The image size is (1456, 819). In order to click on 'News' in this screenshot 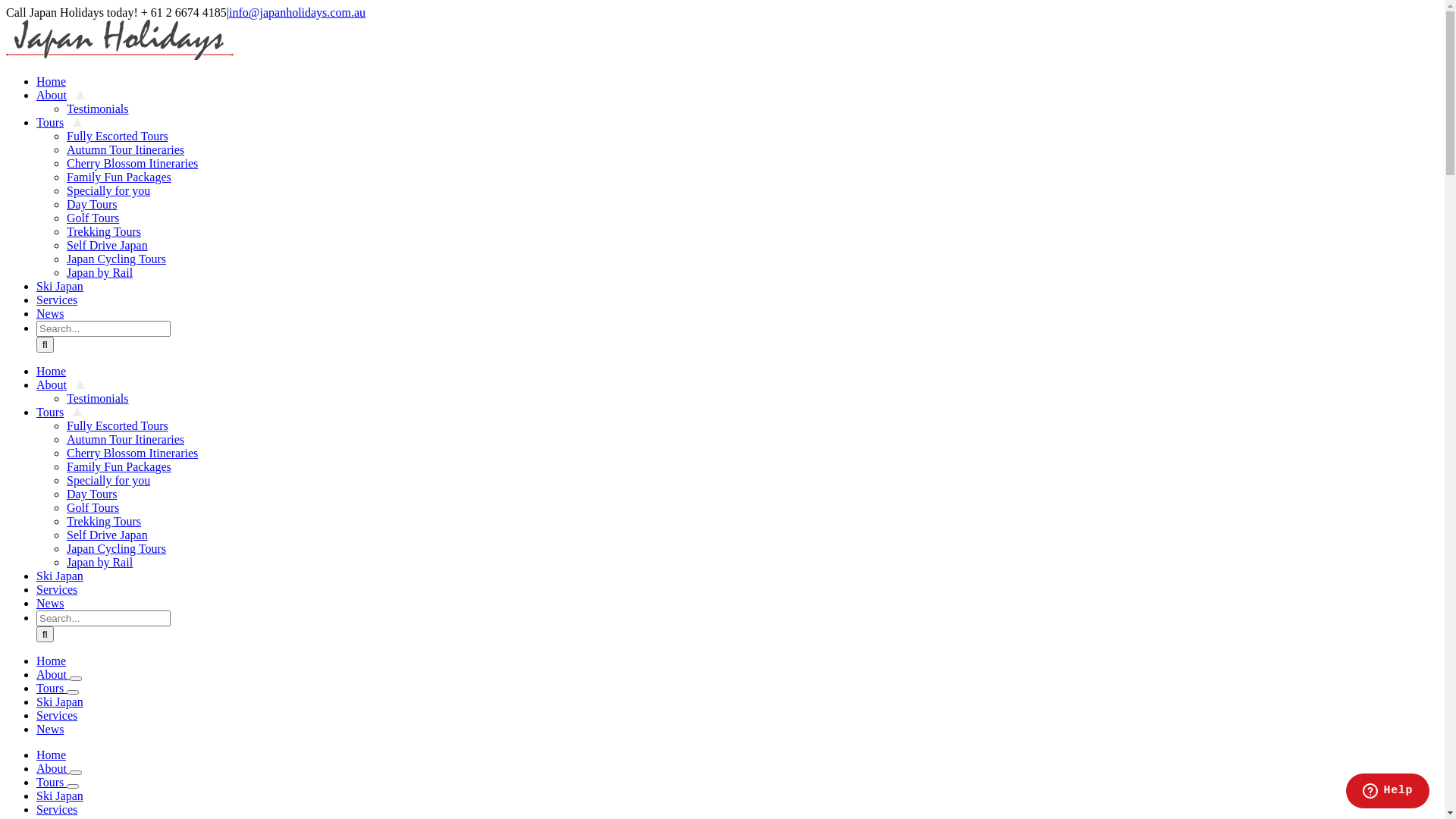, I will do `click(55, 602)`.